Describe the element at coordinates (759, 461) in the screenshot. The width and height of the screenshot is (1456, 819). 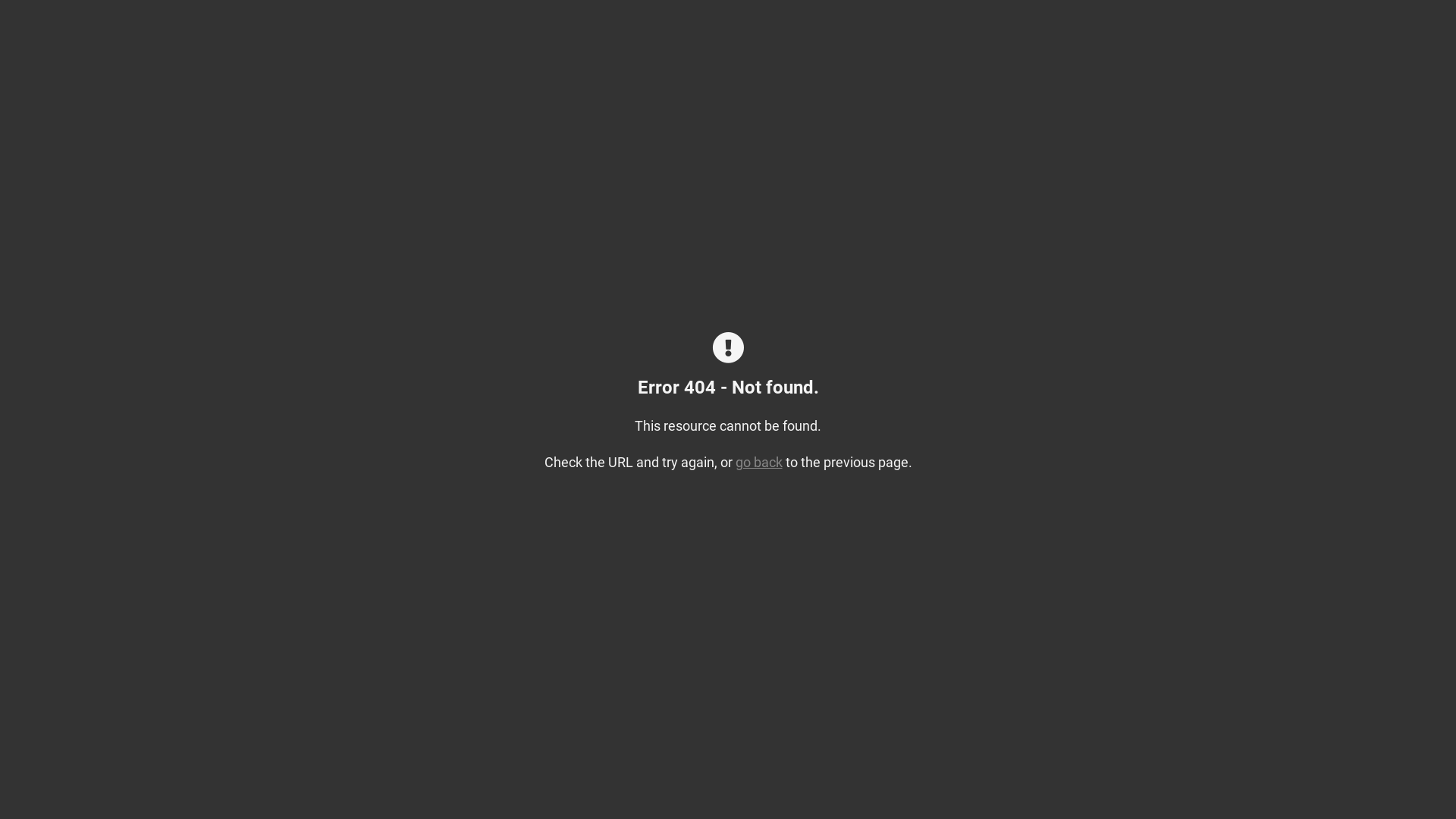
I see `'go back'` at that location.